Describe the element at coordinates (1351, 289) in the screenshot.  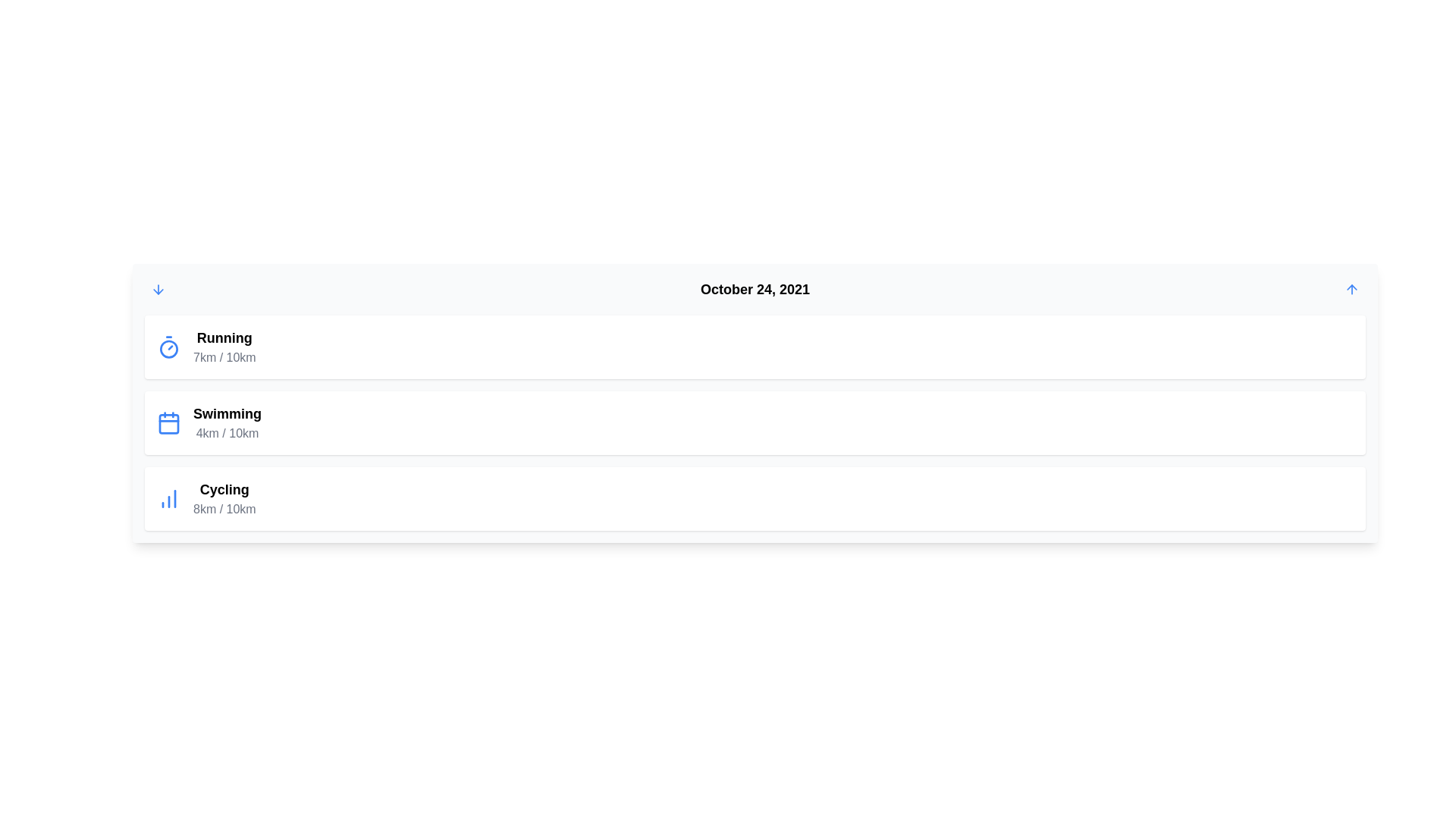
I see `the small upward-pointing blue arrow icon button located in the top-right corner of the header section` at that location.